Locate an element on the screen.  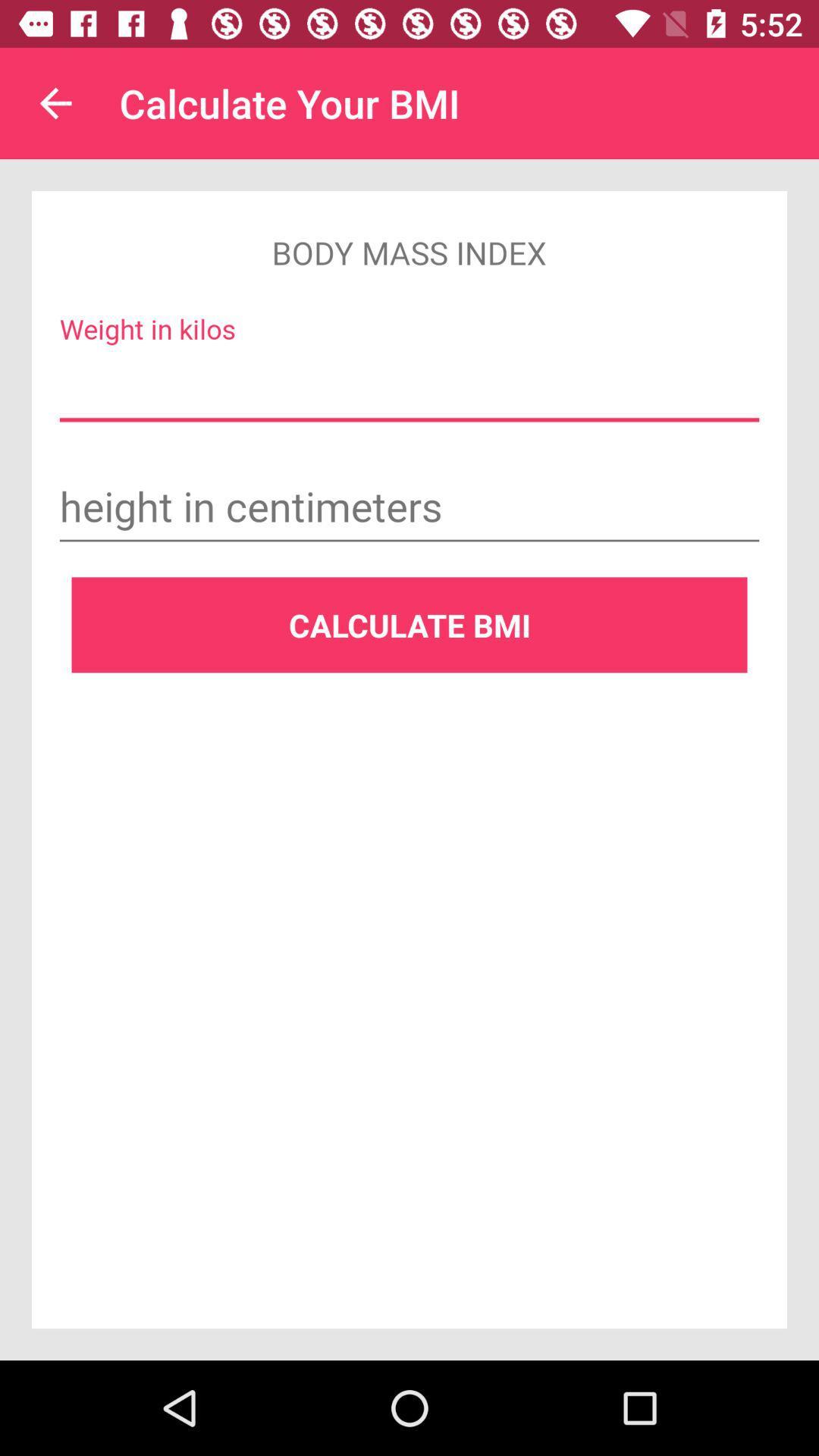
write a weight in kilos is located at coordinates (409, 387).